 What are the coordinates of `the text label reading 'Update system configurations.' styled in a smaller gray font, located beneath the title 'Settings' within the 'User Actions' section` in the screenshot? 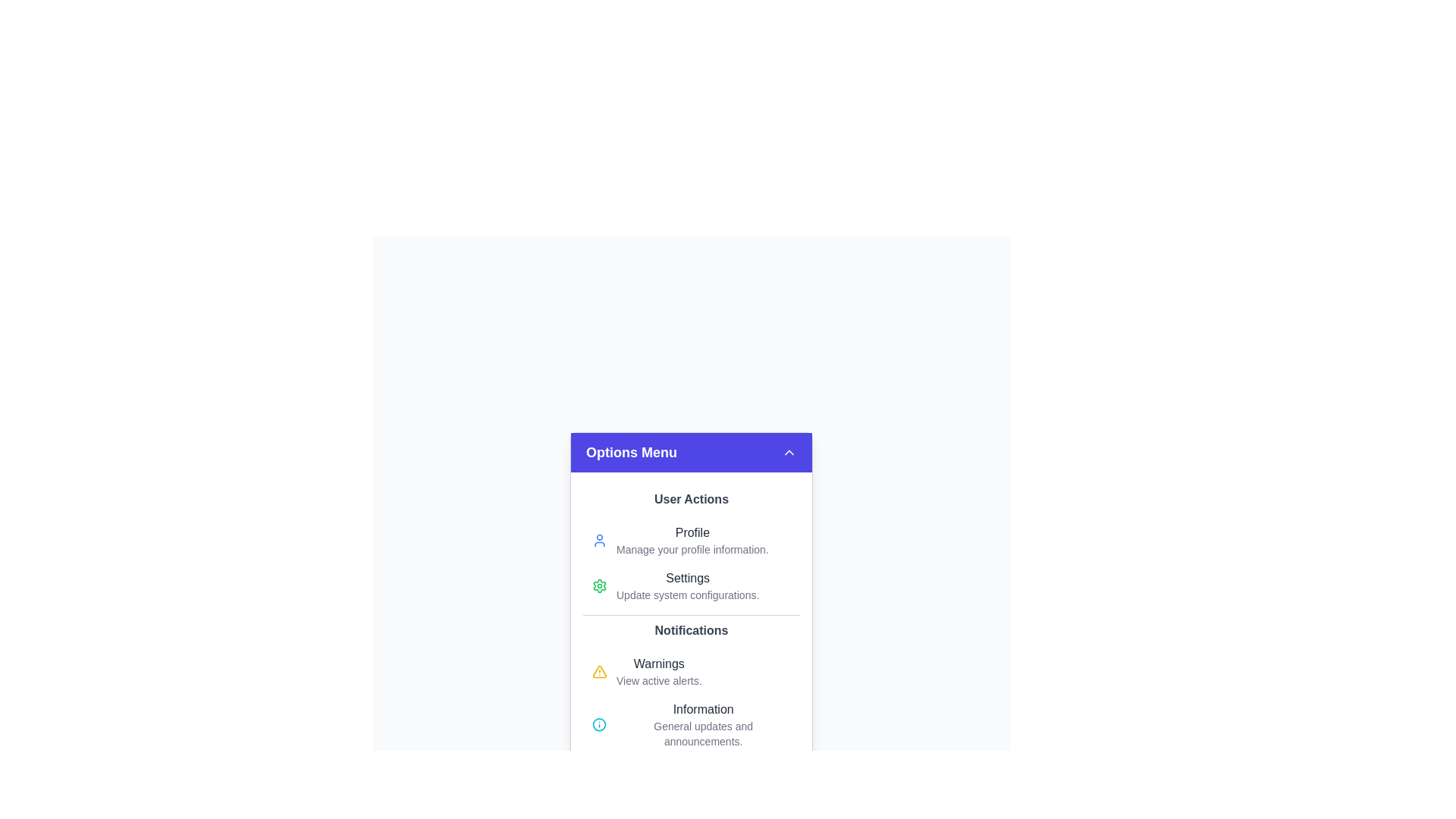 It's located at (687, 595).